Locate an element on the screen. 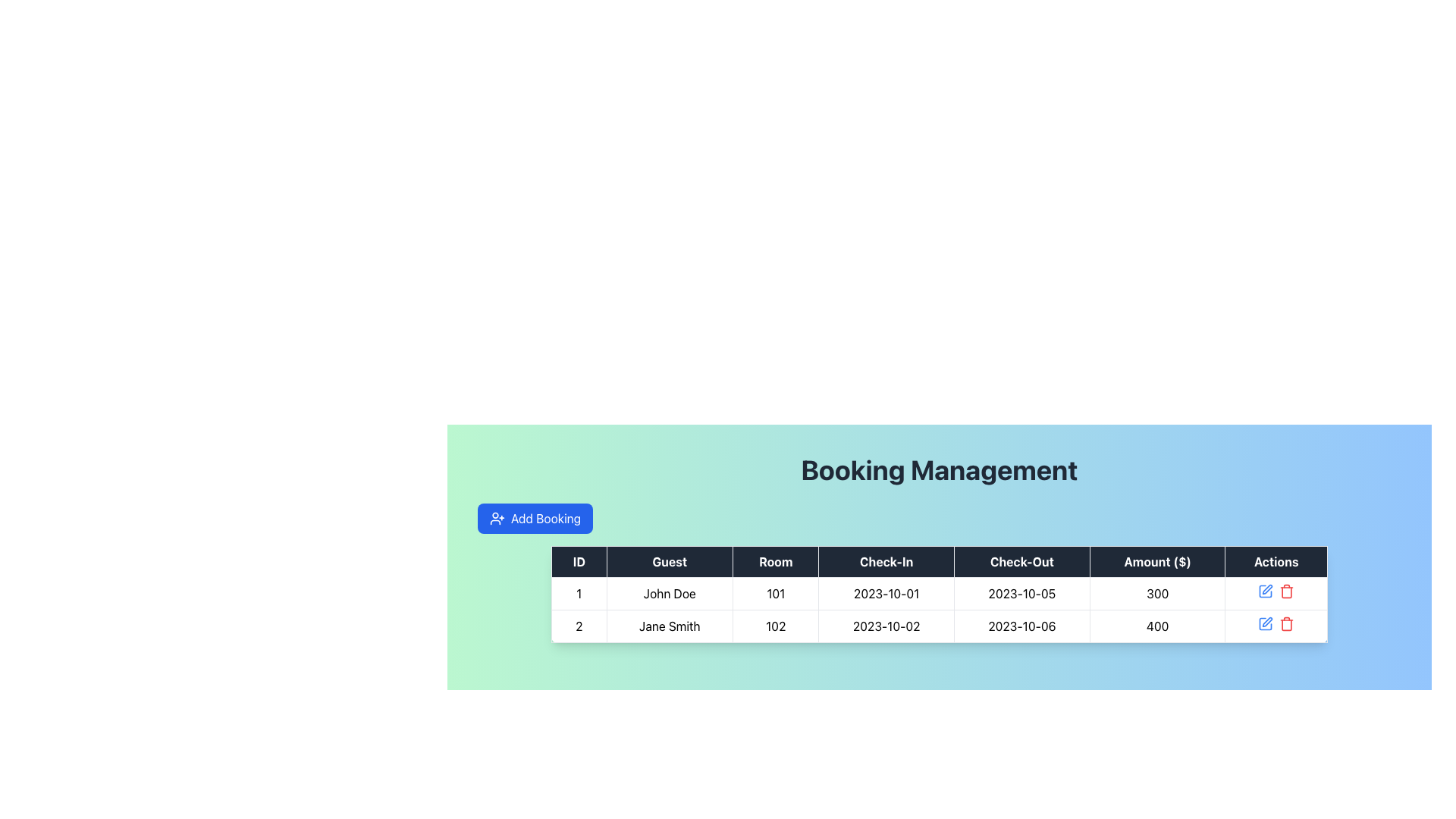 This screenshot has width=1456, height=819. the editing graphic icon located in the actions column of the second row in the table to initiate editing is located at coordinates (1267, 588).